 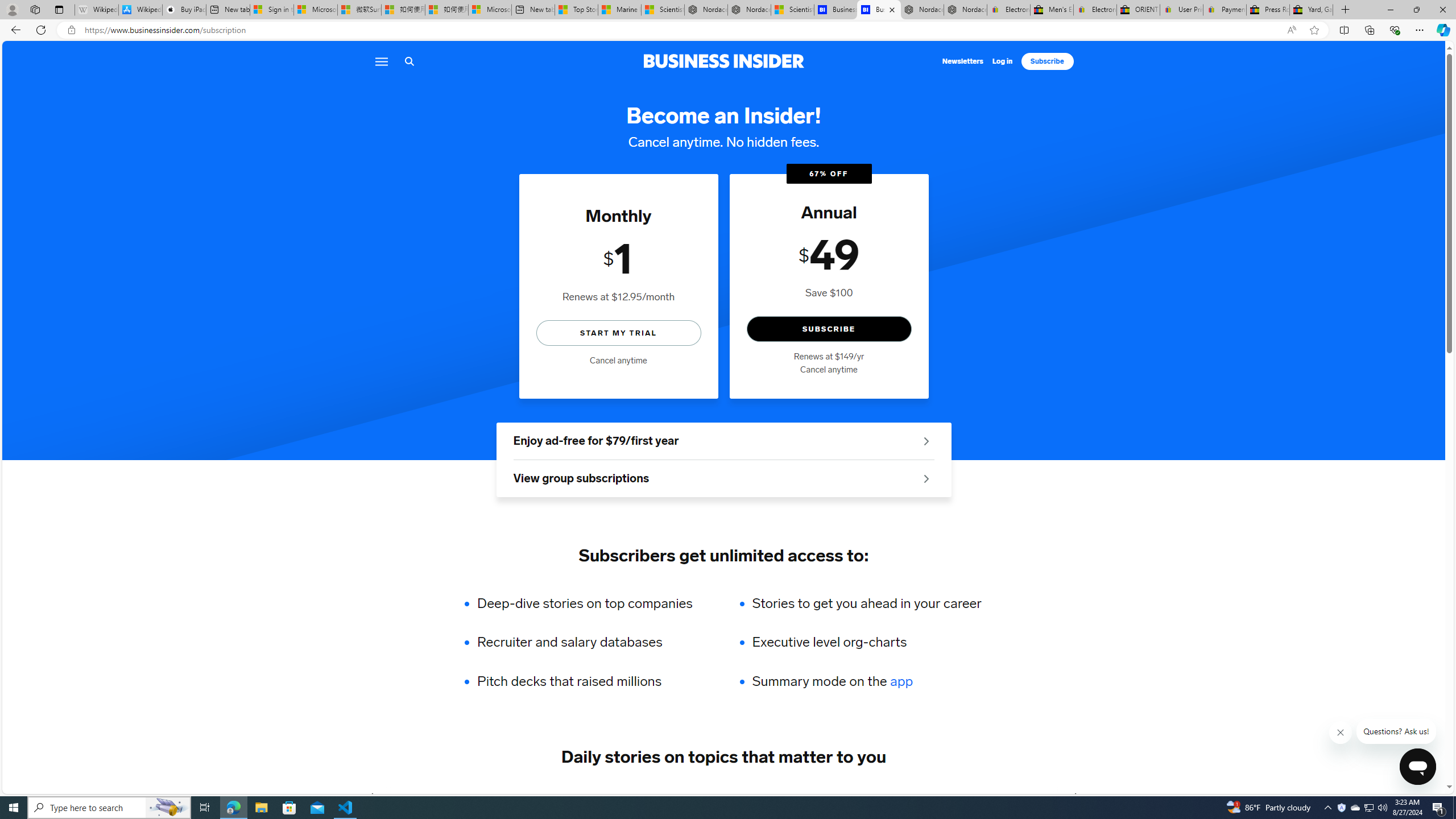 What do you see at coordinates (925, 478) in the screenshot?
I see `'See group offers'` at bounding box center [925, 478].